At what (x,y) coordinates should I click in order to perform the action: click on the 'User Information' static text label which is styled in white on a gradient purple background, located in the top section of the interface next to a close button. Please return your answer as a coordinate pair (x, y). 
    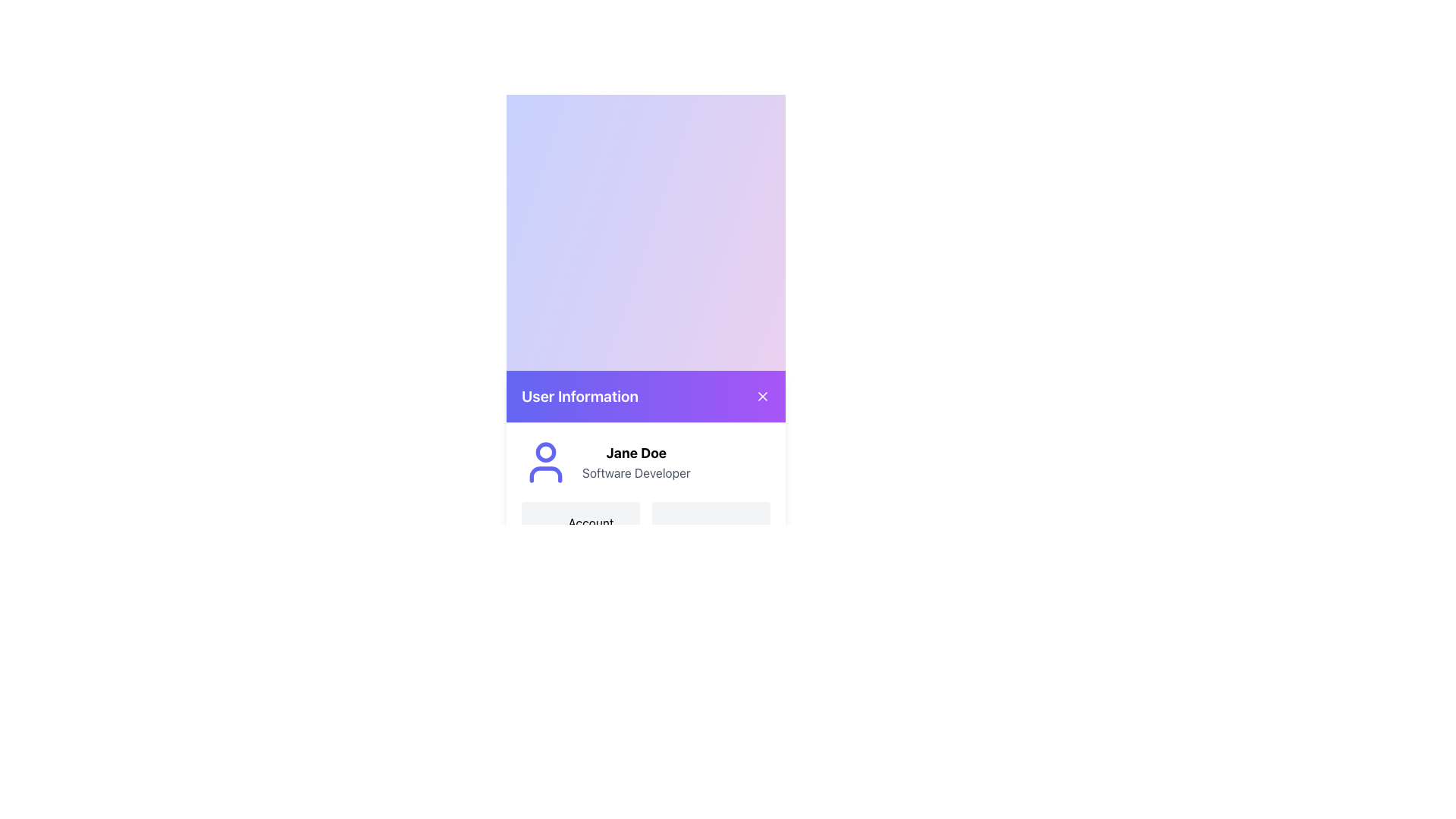
    Looking at the image, I should click on (579, 395).